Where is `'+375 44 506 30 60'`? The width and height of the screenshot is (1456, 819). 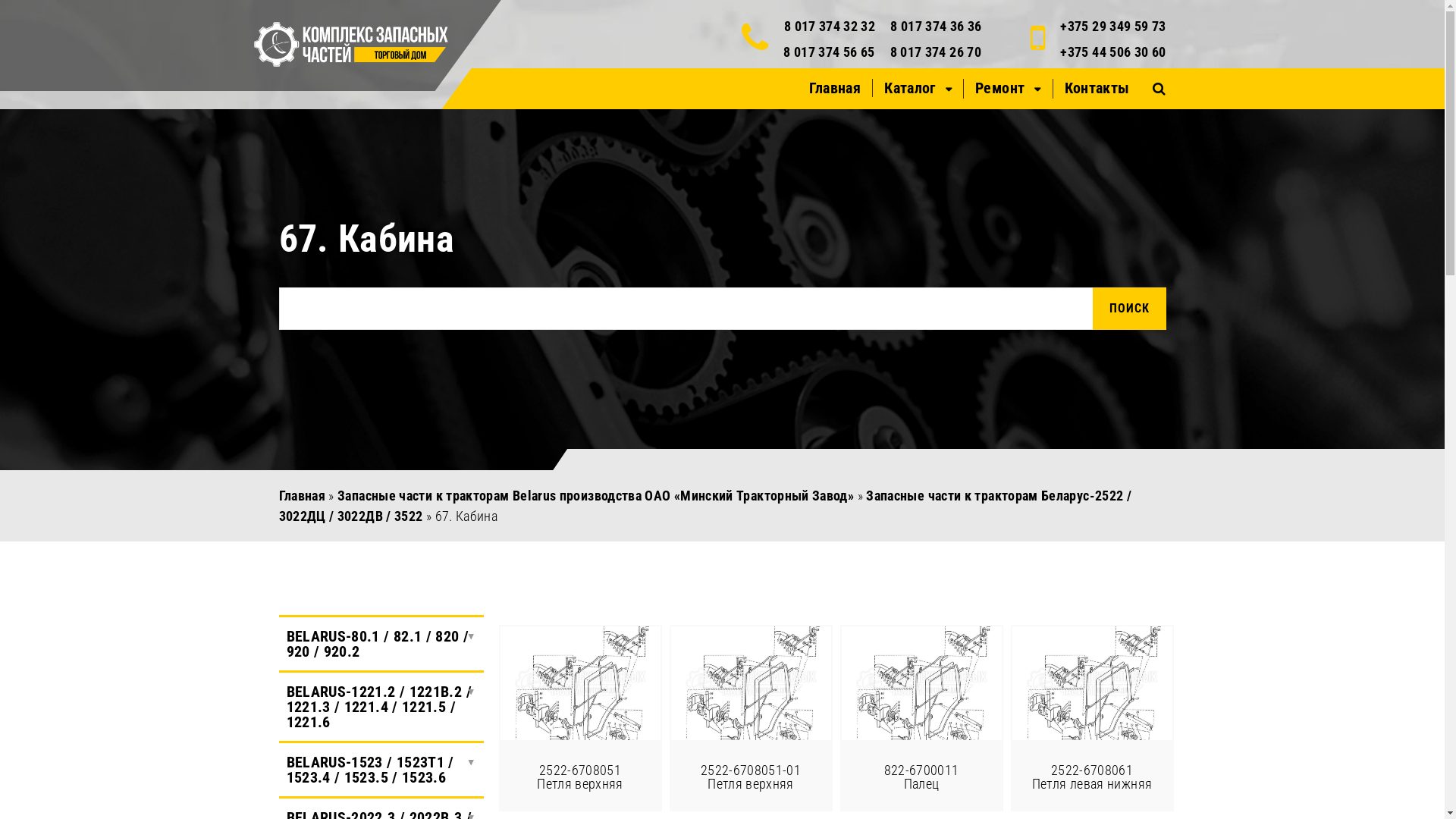 '+375 44 506 30 60' is located at coordinates (1112, 51).